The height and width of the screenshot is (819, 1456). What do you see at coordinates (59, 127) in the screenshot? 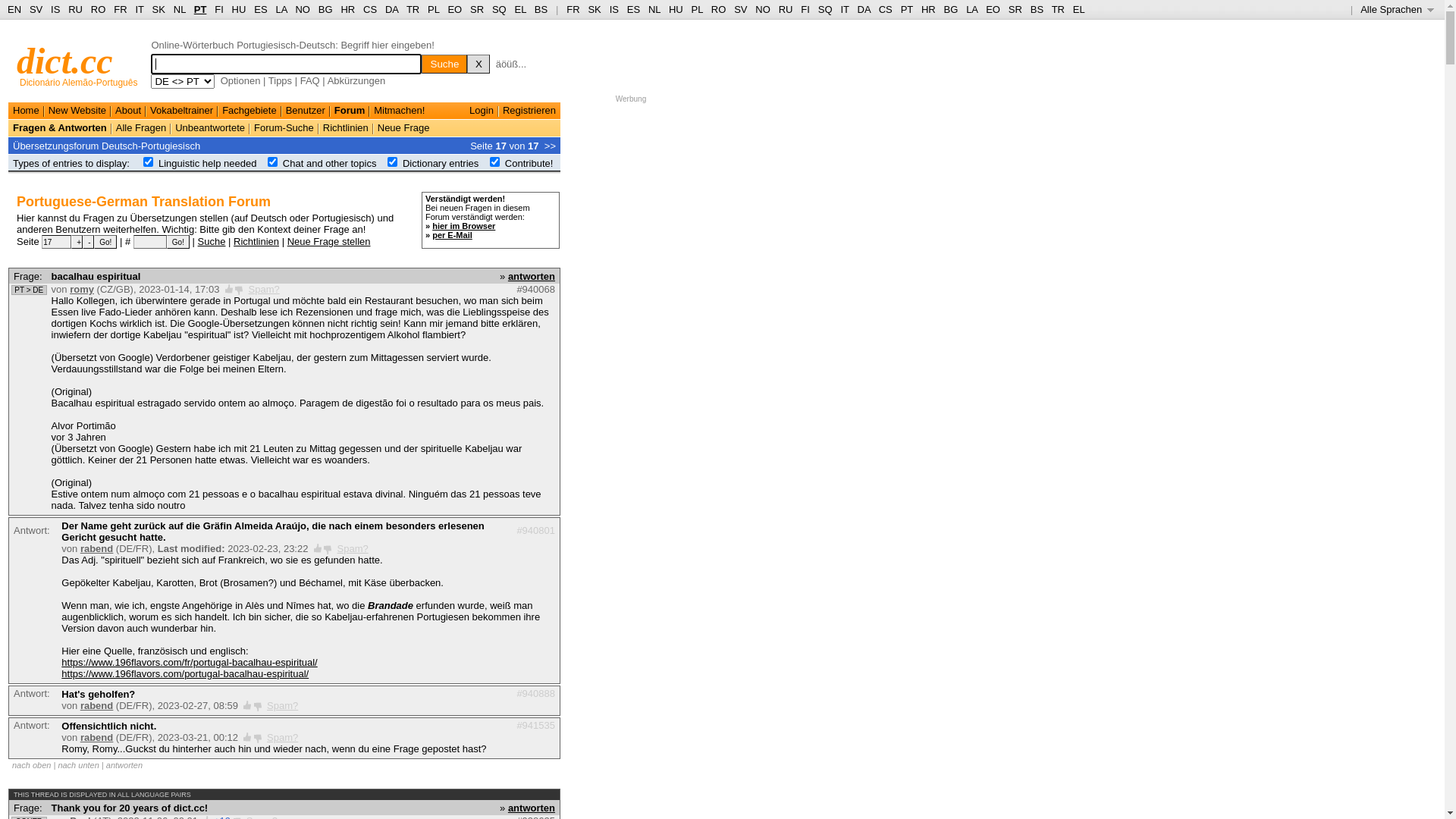
I see `'Fragen & Antworten'` at bounding box center [59, 127].